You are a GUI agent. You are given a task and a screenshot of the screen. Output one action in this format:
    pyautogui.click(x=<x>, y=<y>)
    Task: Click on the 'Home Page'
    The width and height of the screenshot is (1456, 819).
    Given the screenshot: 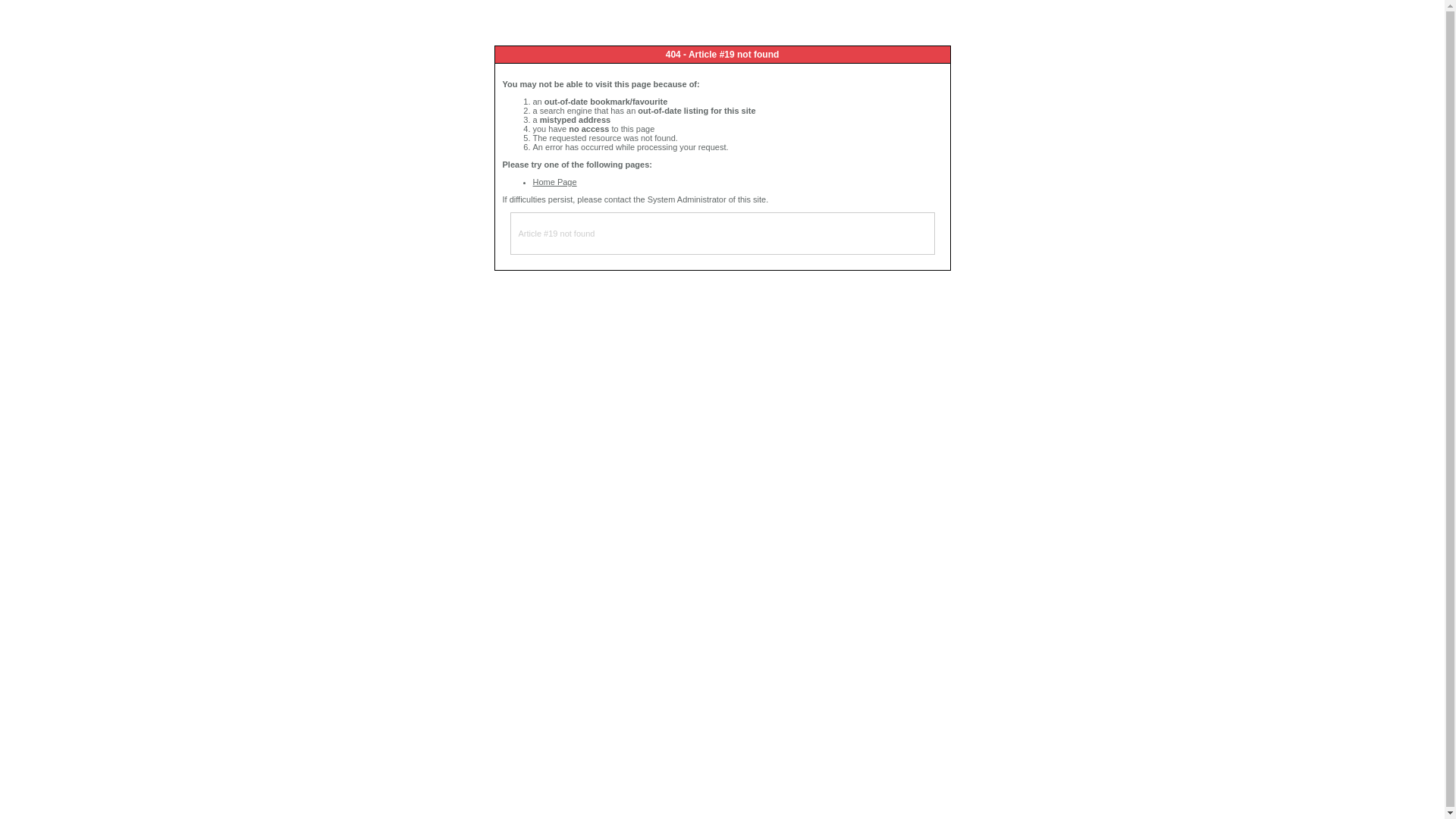 What is the action you would take?
    pyautogui.click(x=553, y=180)
    